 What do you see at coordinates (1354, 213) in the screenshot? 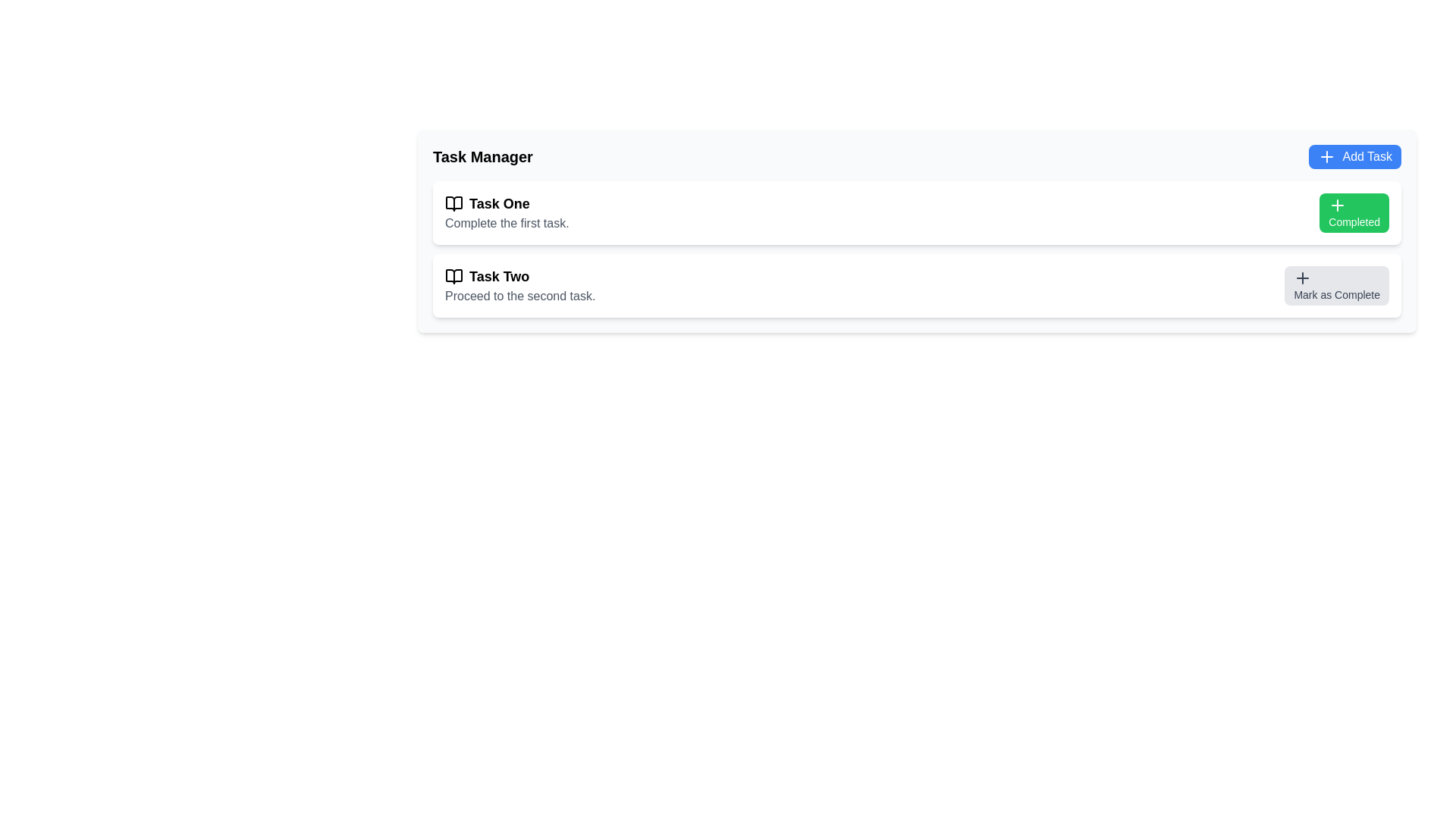
I see `the green rectangular button labeled 'Completed' with a plus sign icon, located on the rightmost side of the first task row associated with 'Task One'` at bounding box center [1354, 213].